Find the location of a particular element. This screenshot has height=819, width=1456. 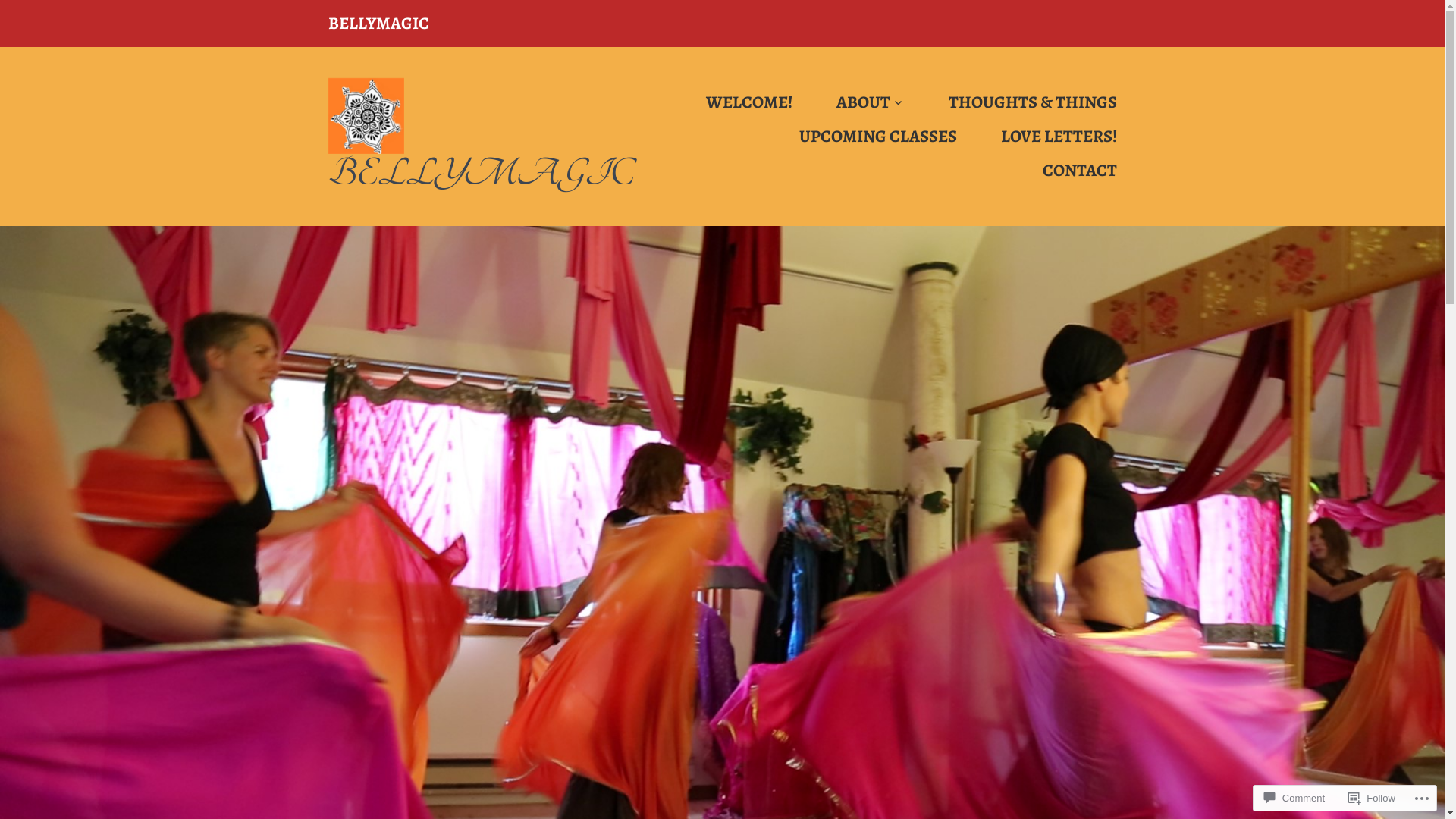

'ABOUT' is located at coordinates (850, 102).